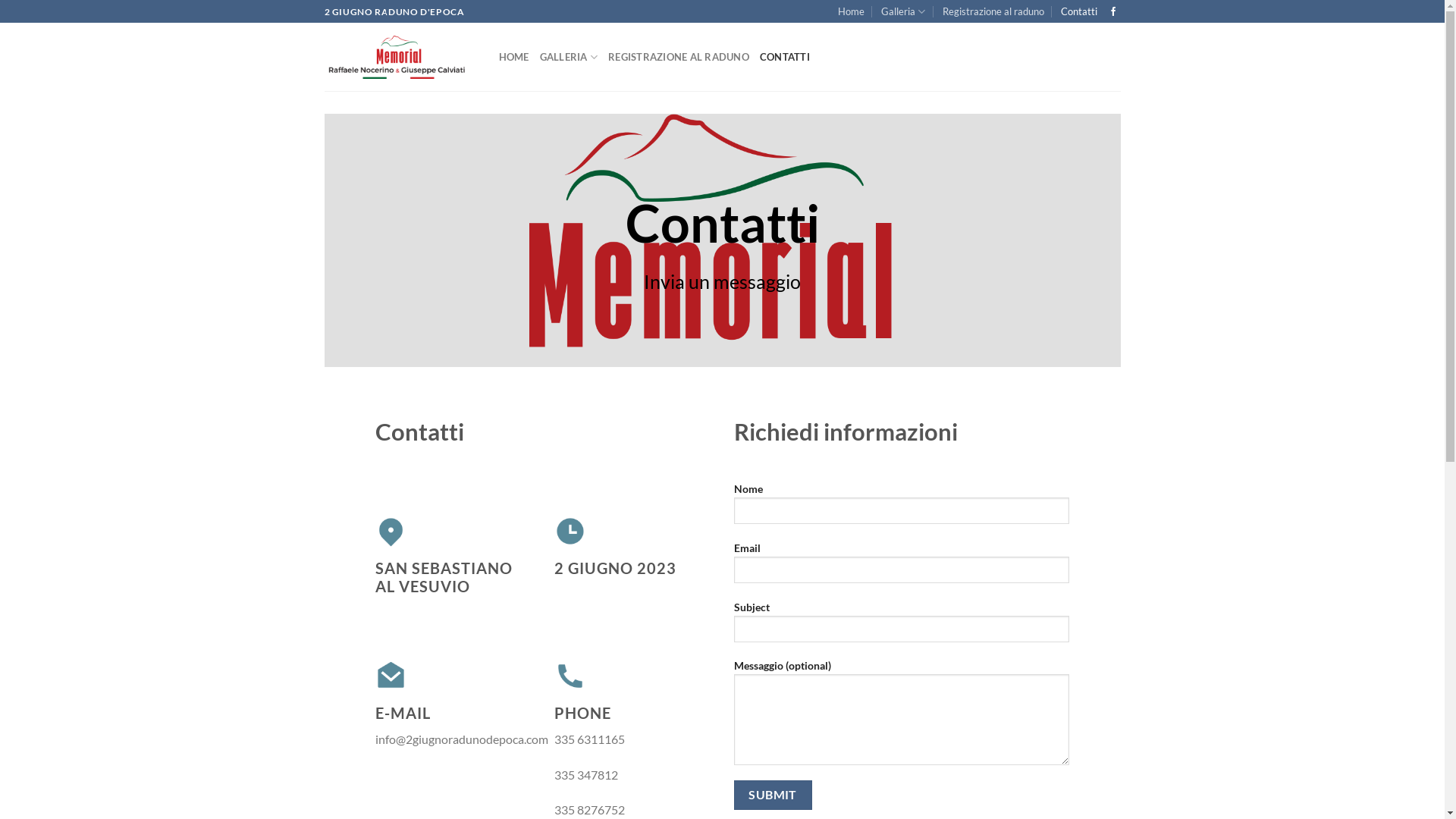 This screenshot has width=1456, height=819. Describe the element at coordinates (773, 794) in the screenshot. I see `'Submit'` at that location.